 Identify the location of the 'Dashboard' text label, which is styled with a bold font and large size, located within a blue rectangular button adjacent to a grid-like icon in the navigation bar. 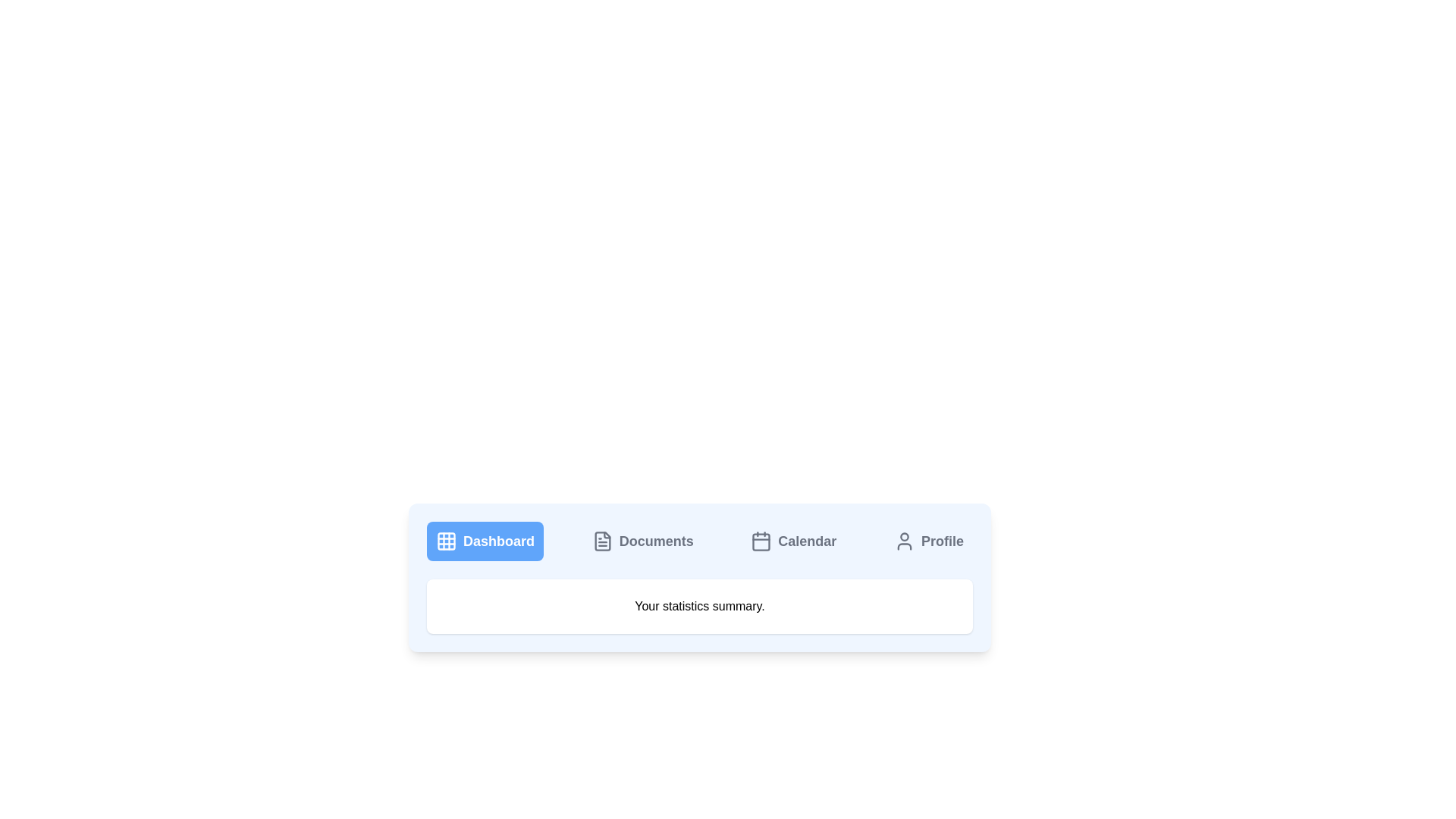
(498, 540).